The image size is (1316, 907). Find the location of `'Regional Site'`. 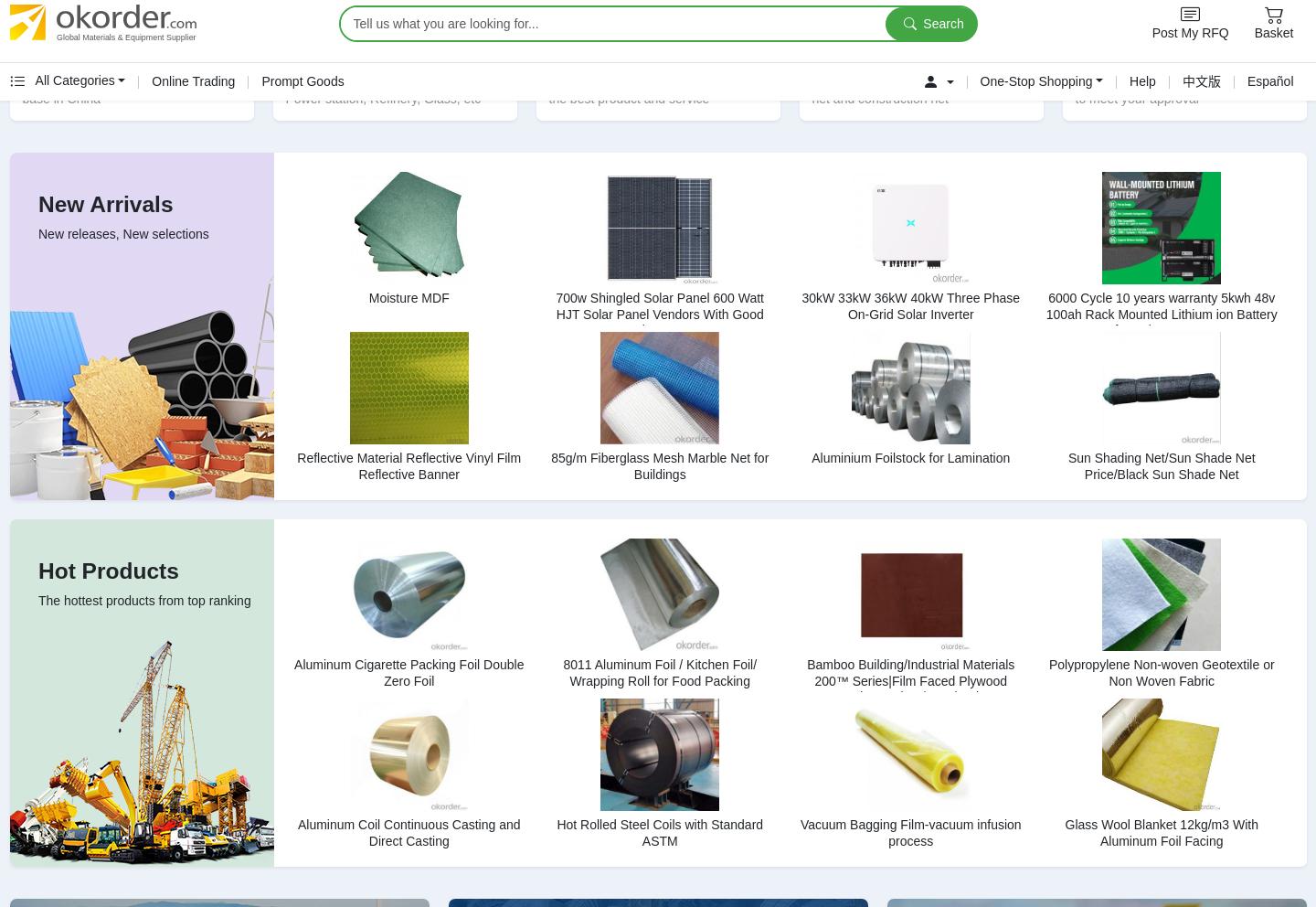

'Regional Site' is located at coordinates (939, 180).